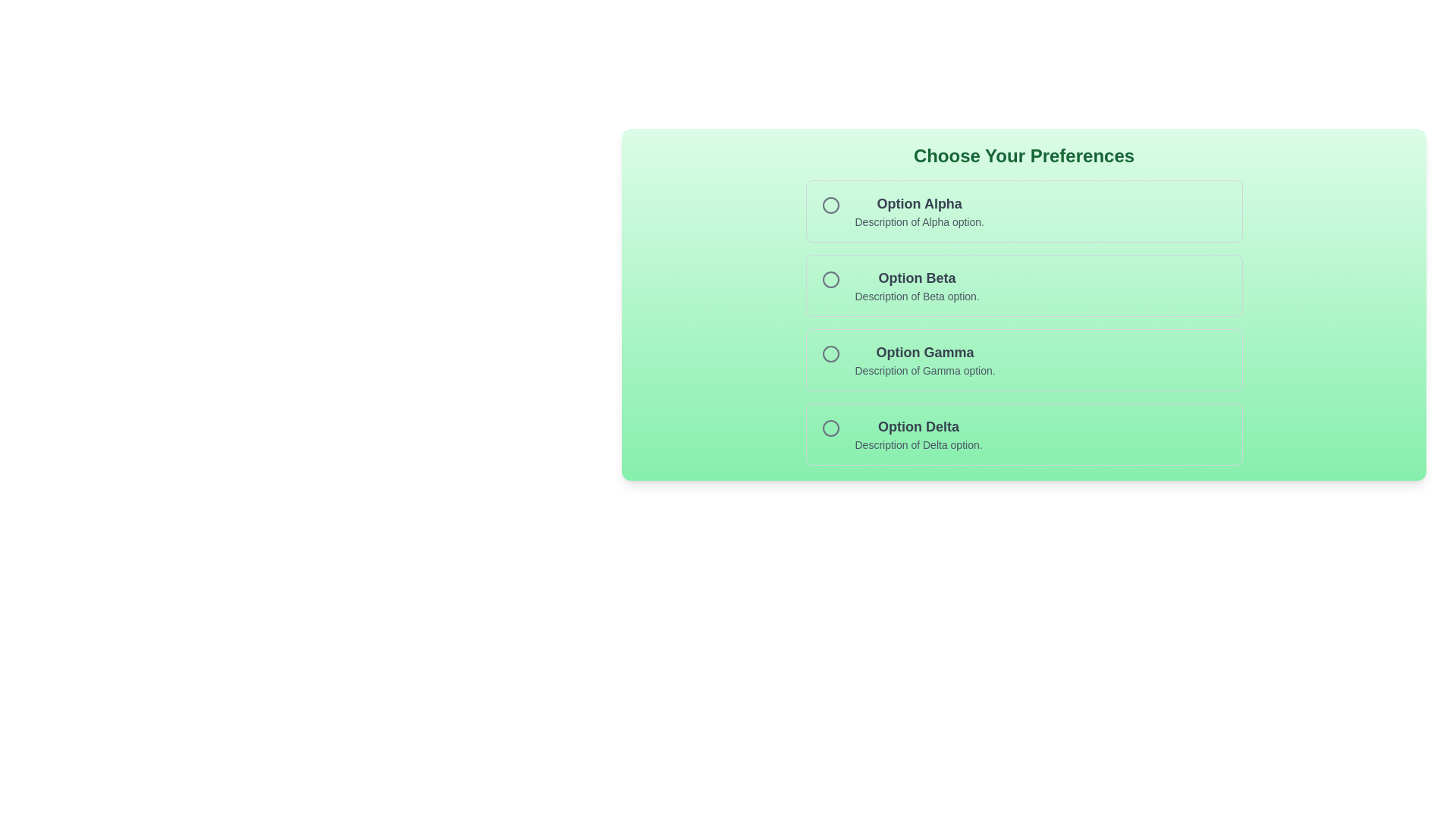 The width and height of the screenshot is (1456, 819). I want to click on the interactive radio button located to the left of 'Option Delta', so click(830, 428).